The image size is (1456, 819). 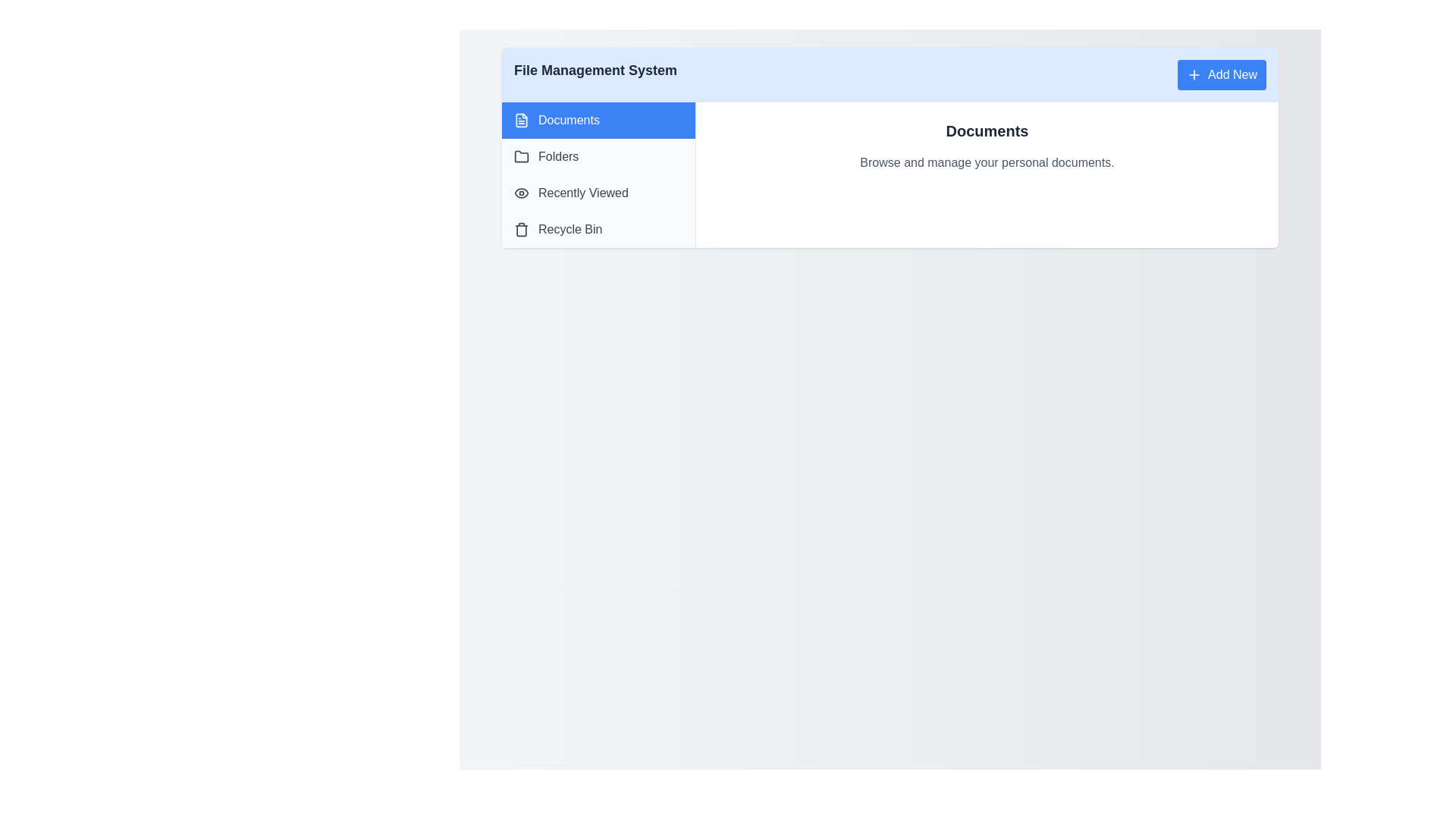 What do you see at coordinates (598, 192) in the screenshot?
I see `the third item in the vertical sidebar menu of the File Management System, located below 'Folders' and above 'Recycle Bin'` at bounding box center [598, 192].